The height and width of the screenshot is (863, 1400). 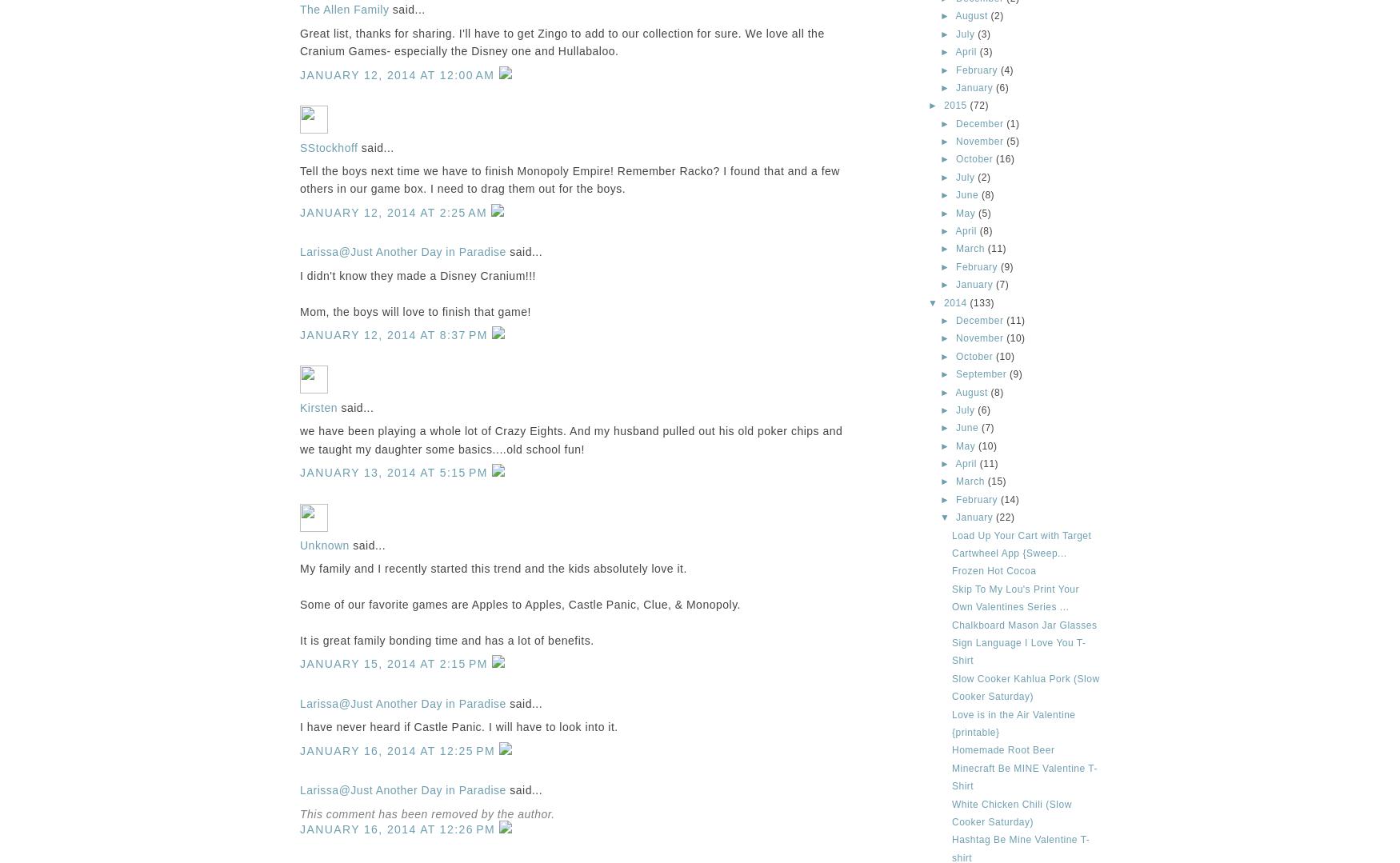 What do you see at coordinates (952, 776) in the screenshot?
I see `'Minecraft Be MINE Valentine T-Shirt'` at bounding box center [952, 776].